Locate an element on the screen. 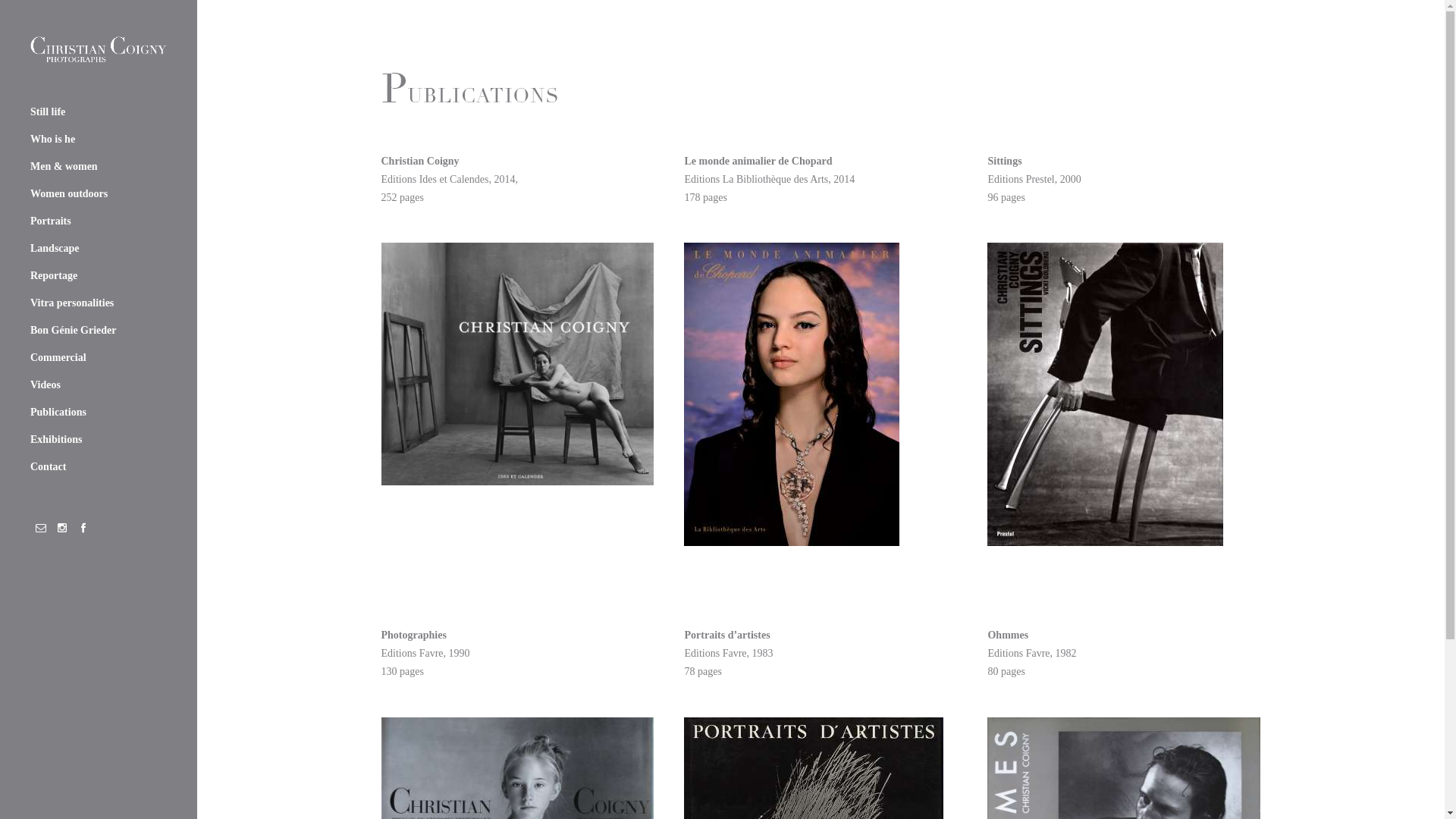 This screenshot has height=819, width=1456. 'Exhibitions' is located at coordinates (97, 439).